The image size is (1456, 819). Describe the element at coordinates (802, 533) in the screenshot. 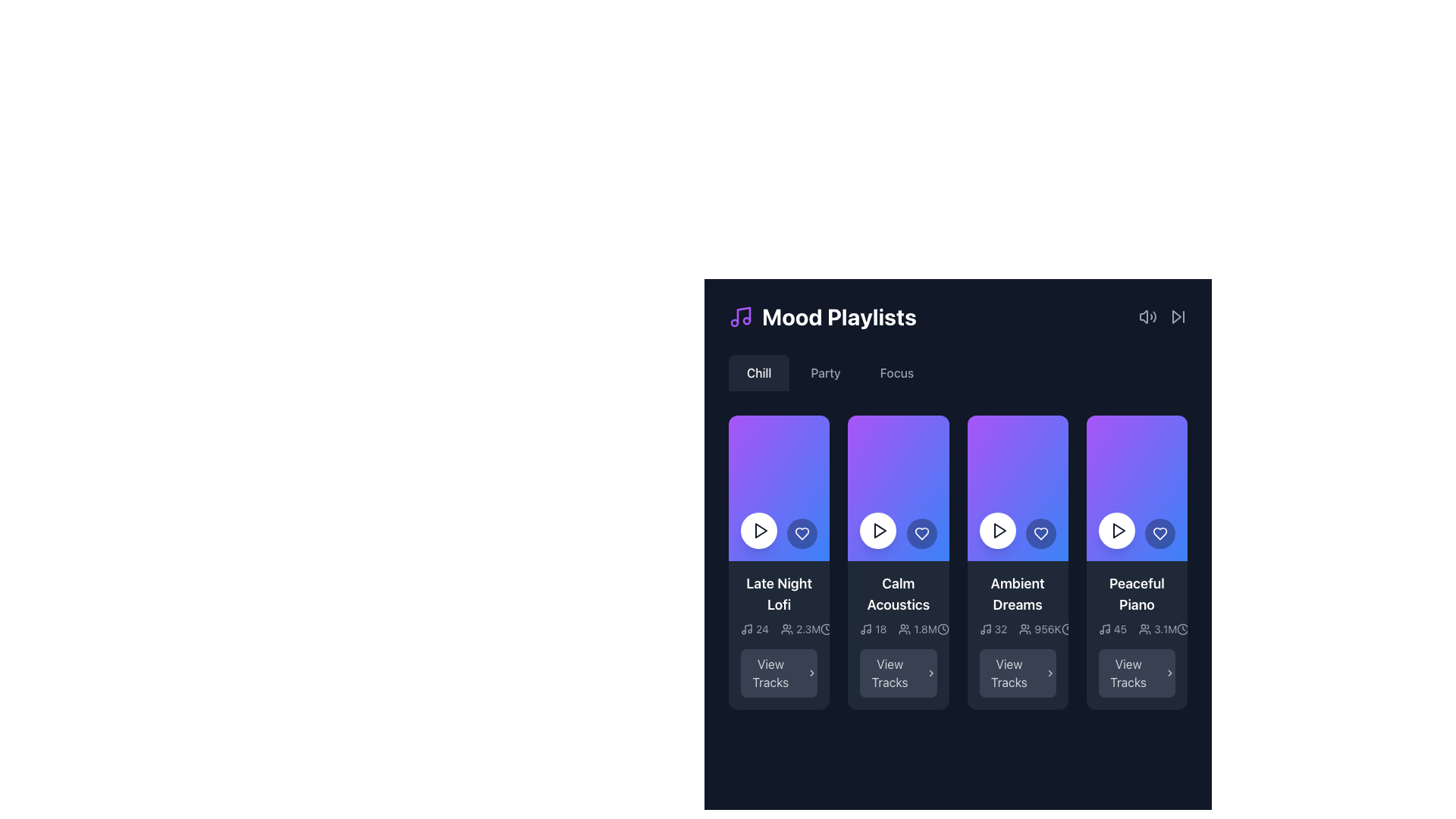

I see `the favorite icon button located in the bottom-right corner of the 'Late Night Lofi' card` at that location.